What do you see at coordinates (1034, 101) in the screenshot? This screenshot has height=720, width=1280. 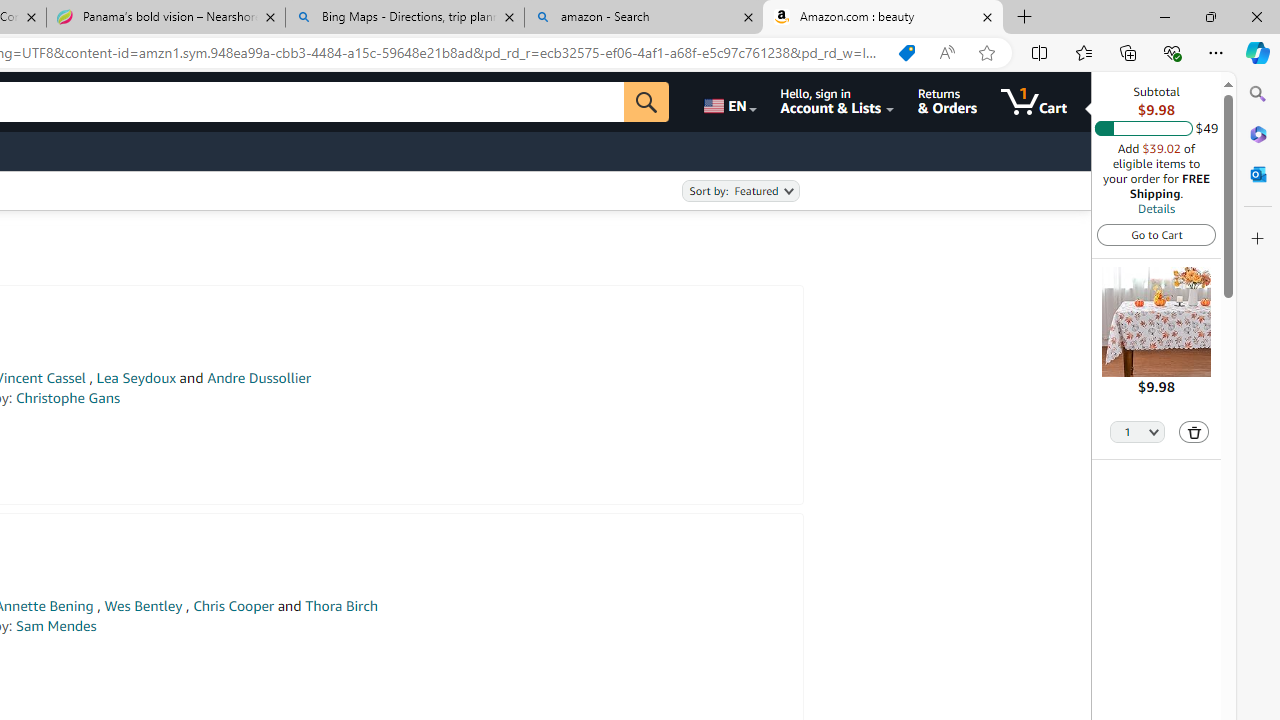 I see `'1 item in cart'` at bounding box center [1034, 101].